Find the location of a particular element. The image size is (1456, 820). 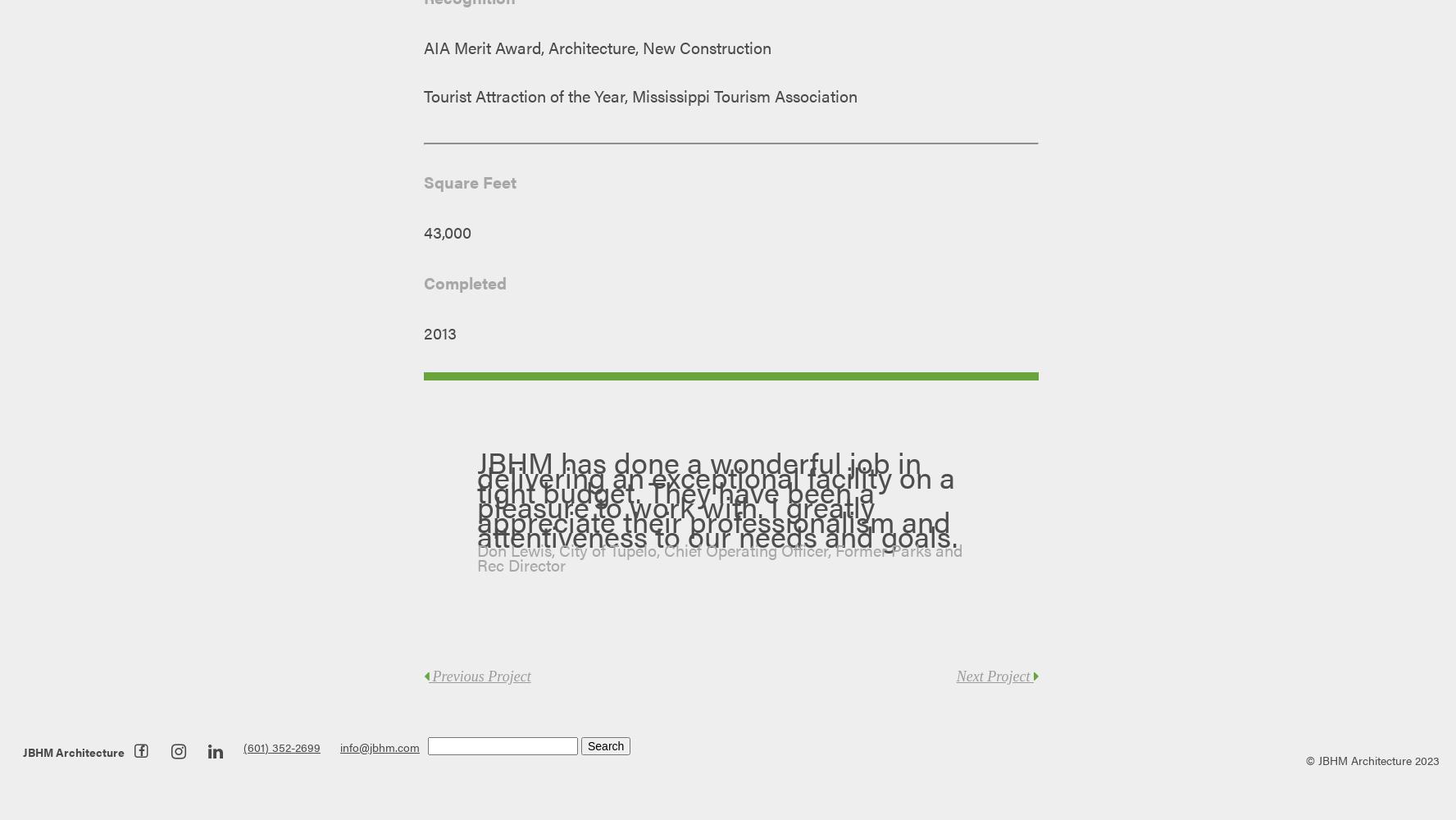

'Architecture' is located at coordinates (52, 752).